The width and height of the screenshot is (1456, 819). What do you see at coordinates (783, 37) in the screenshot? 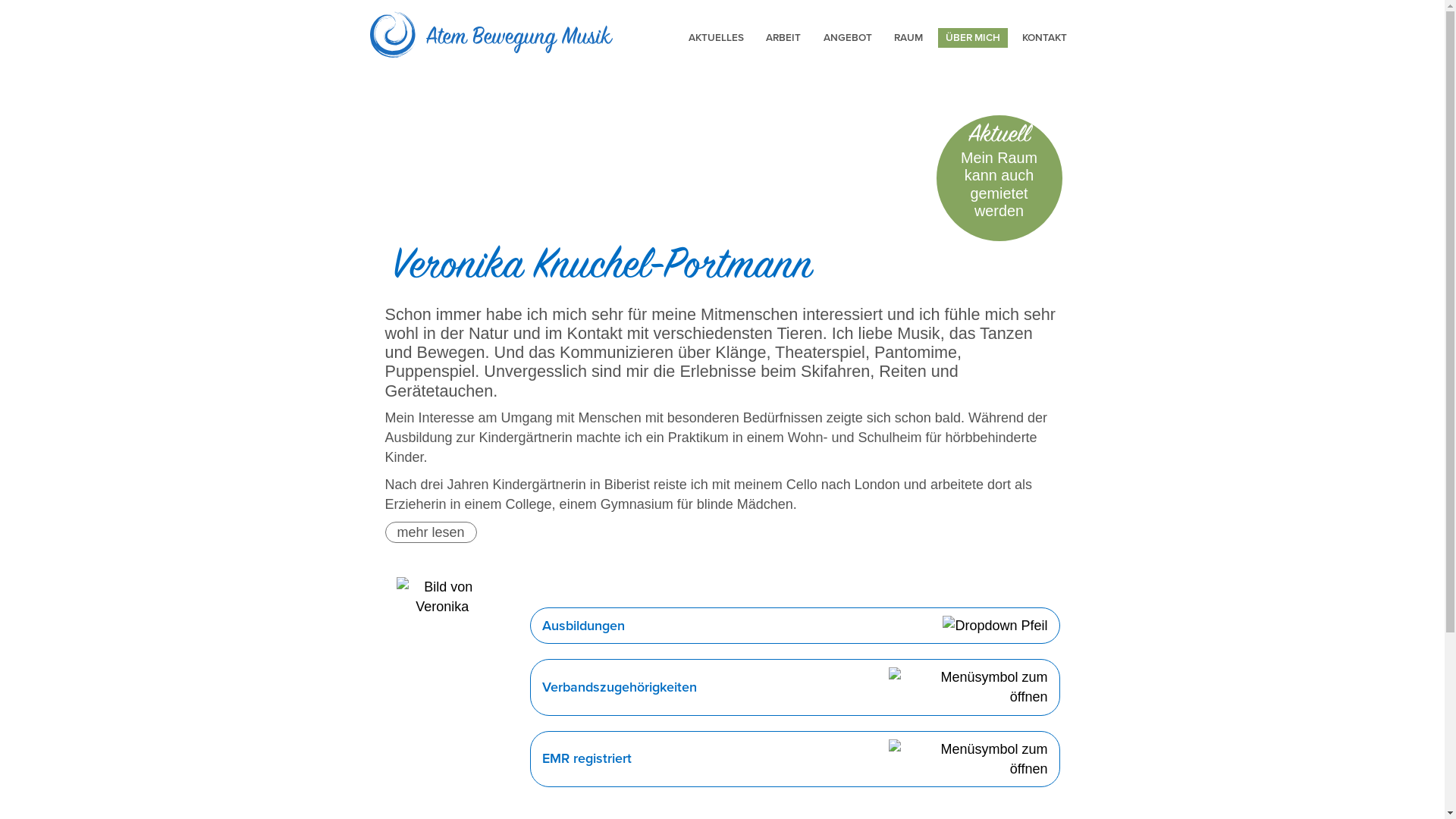
I see `'ARBEIT'` at bounding box center [783, 37].